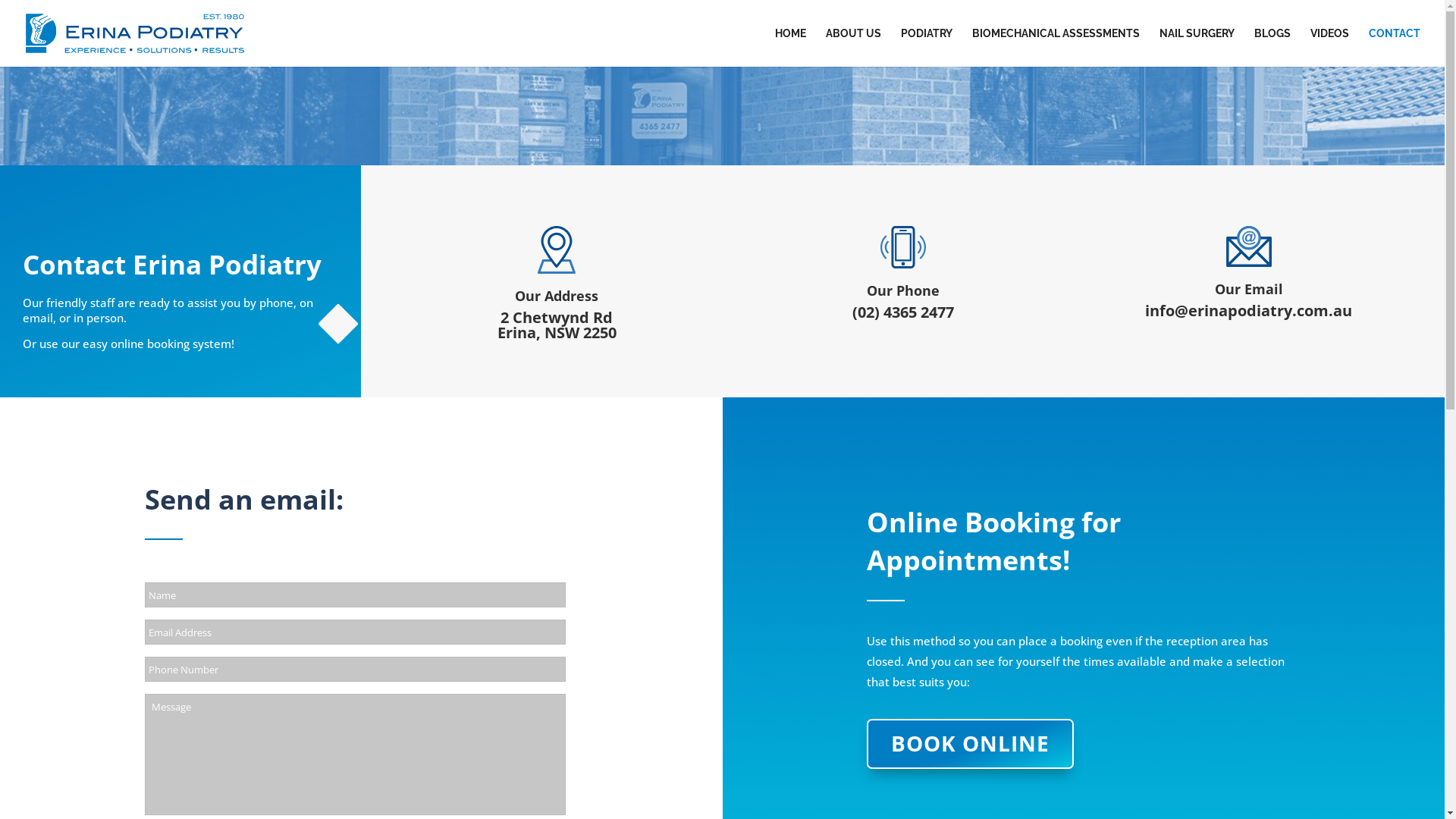 This screenshot has height=819, width=1456. Describe the element at coordinates (825, 46) in the screenshot. I see `'ABOUT US'` at that location.